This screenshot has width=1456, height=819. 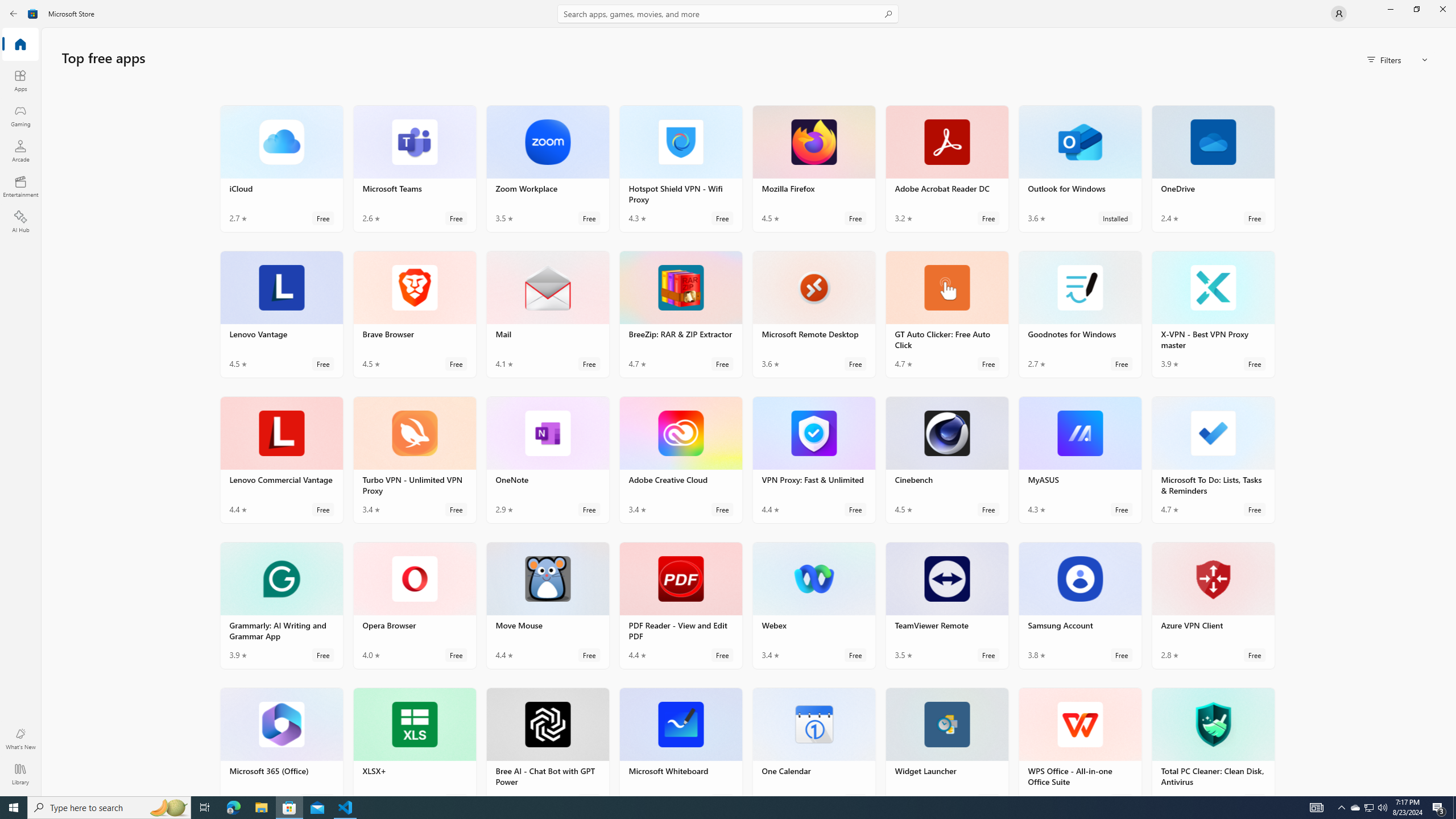 I want to click on 'iCloud. Average rating of 2.7 out of five stars. Free  ', so click(x=281, y=167).